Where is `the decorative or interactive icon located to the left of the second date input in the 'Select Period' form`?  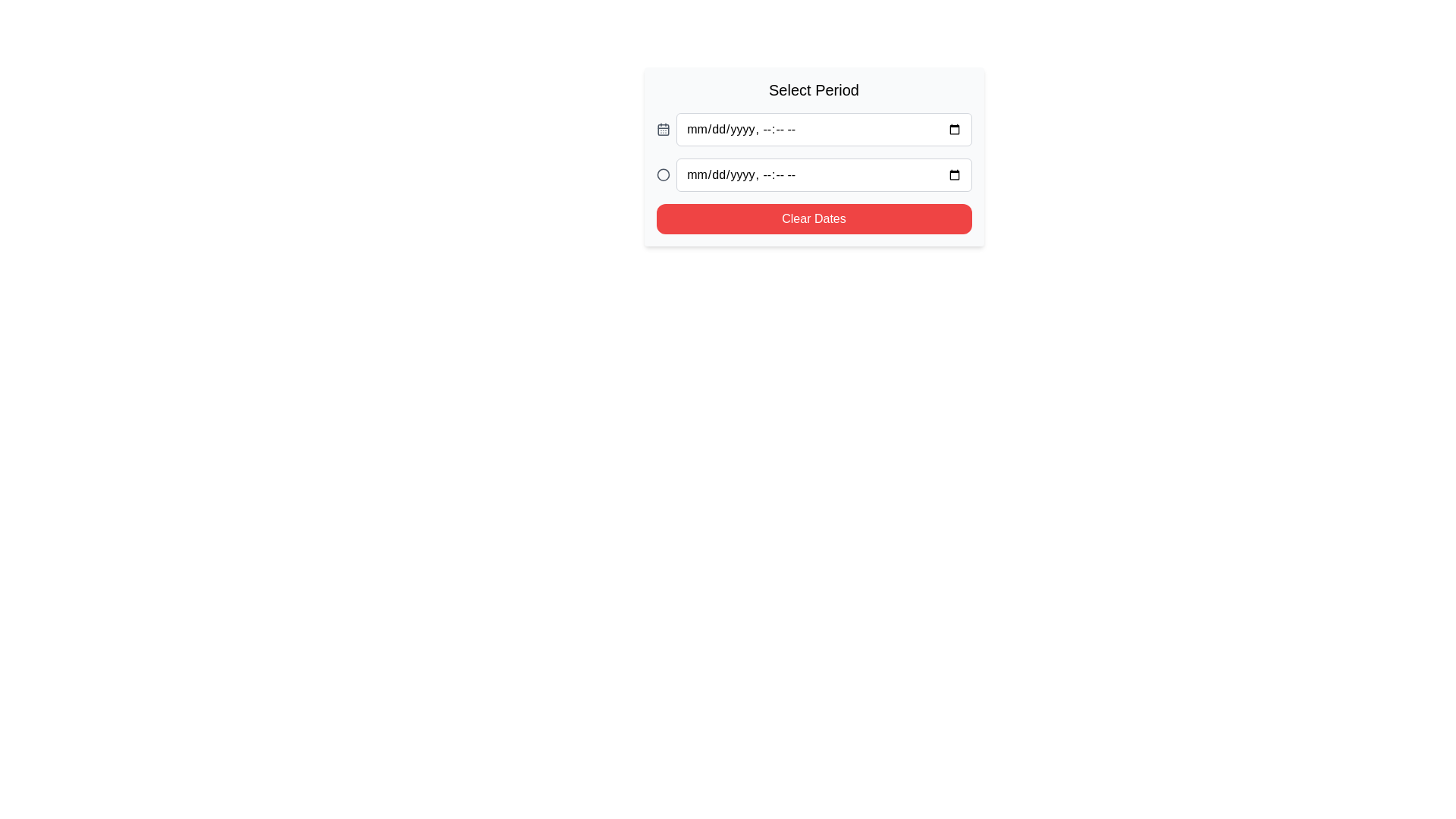 the decorative or interactive icon located to the left of the second date input in the 'Select Period' form is located at coordinates (663, 174).